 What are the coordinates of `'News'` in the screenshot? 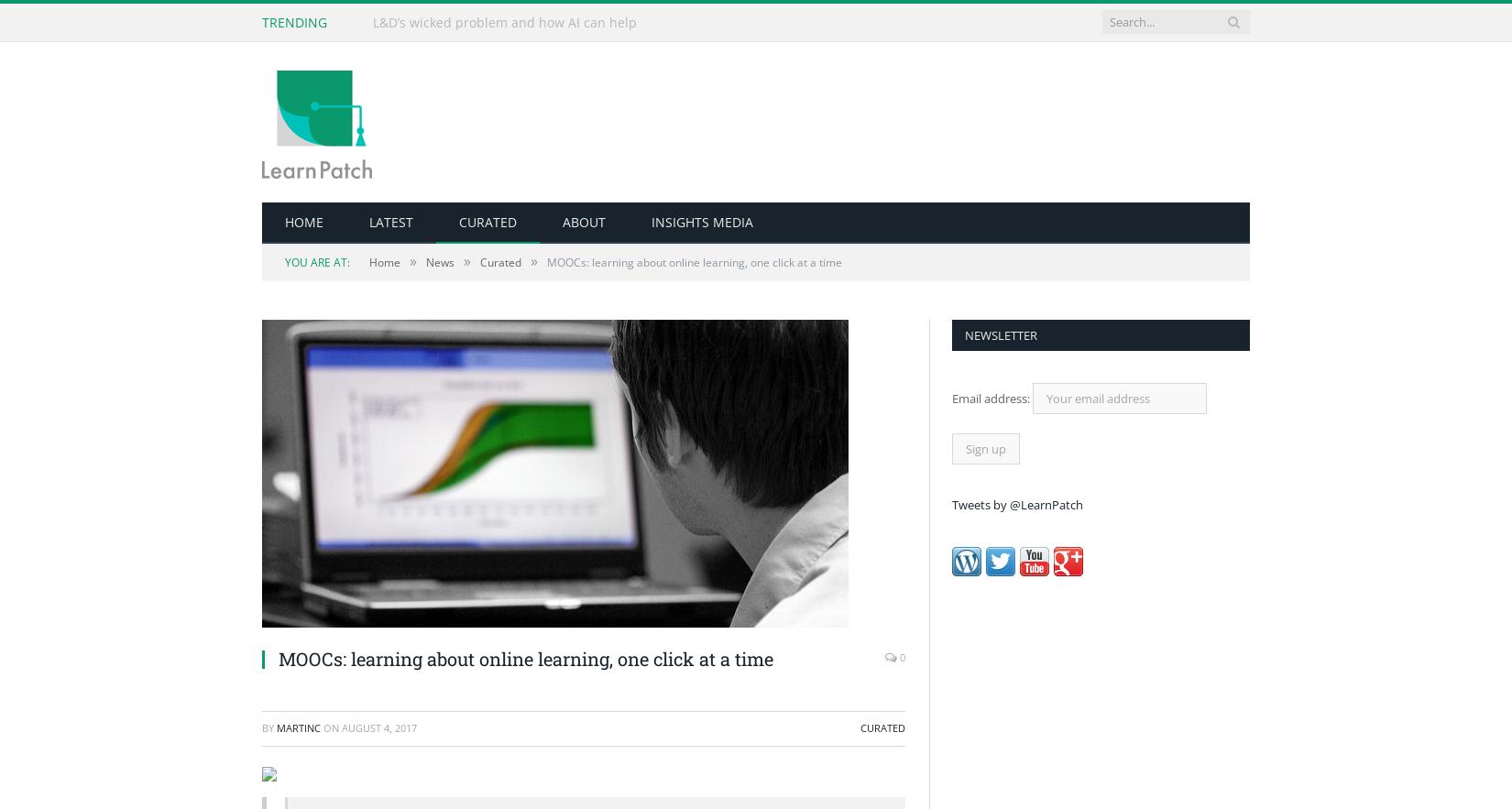 It's located at (439, 262).